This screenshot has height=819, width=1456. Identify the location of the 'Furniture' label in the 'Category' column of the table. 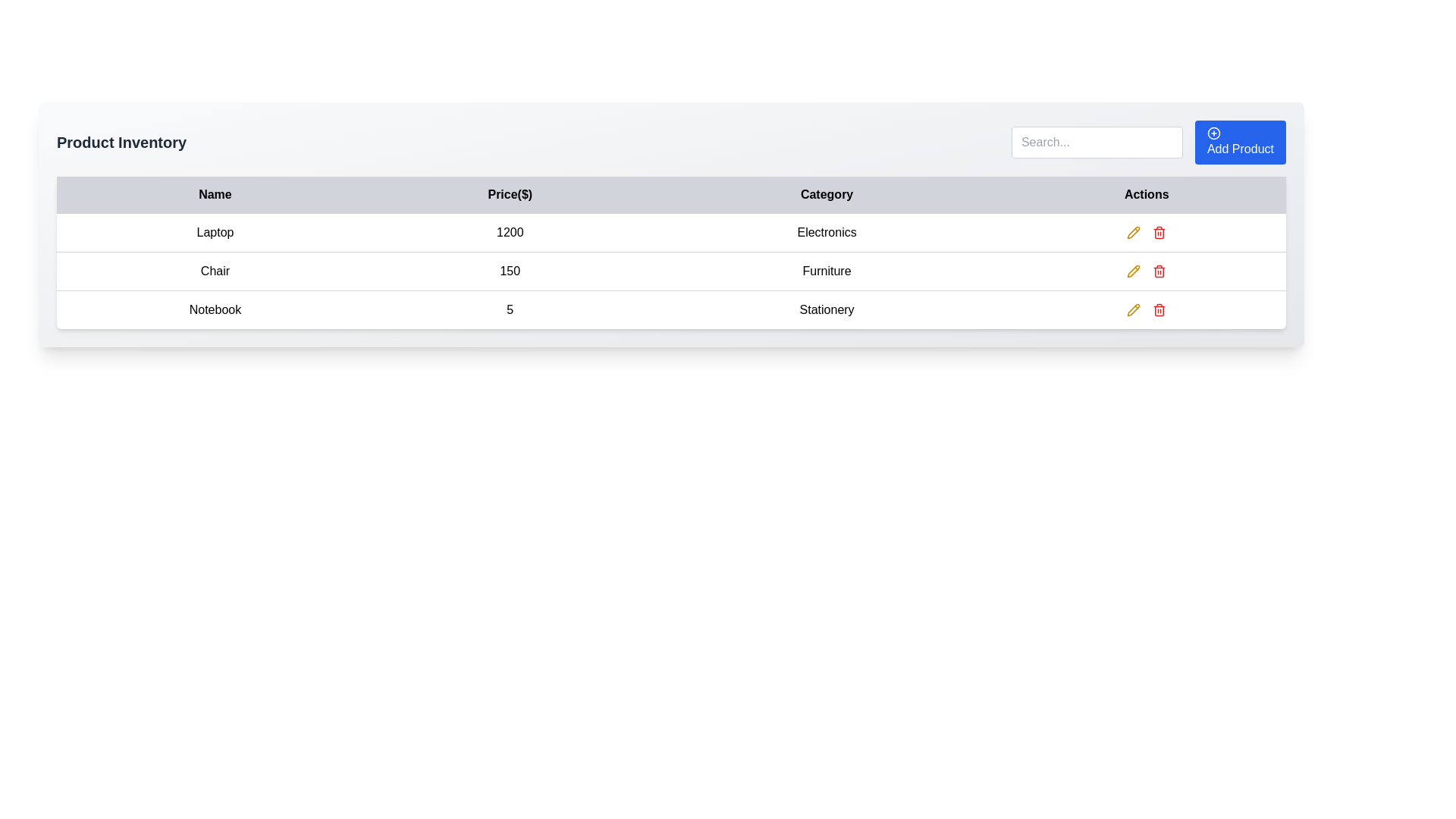
(826, 271).